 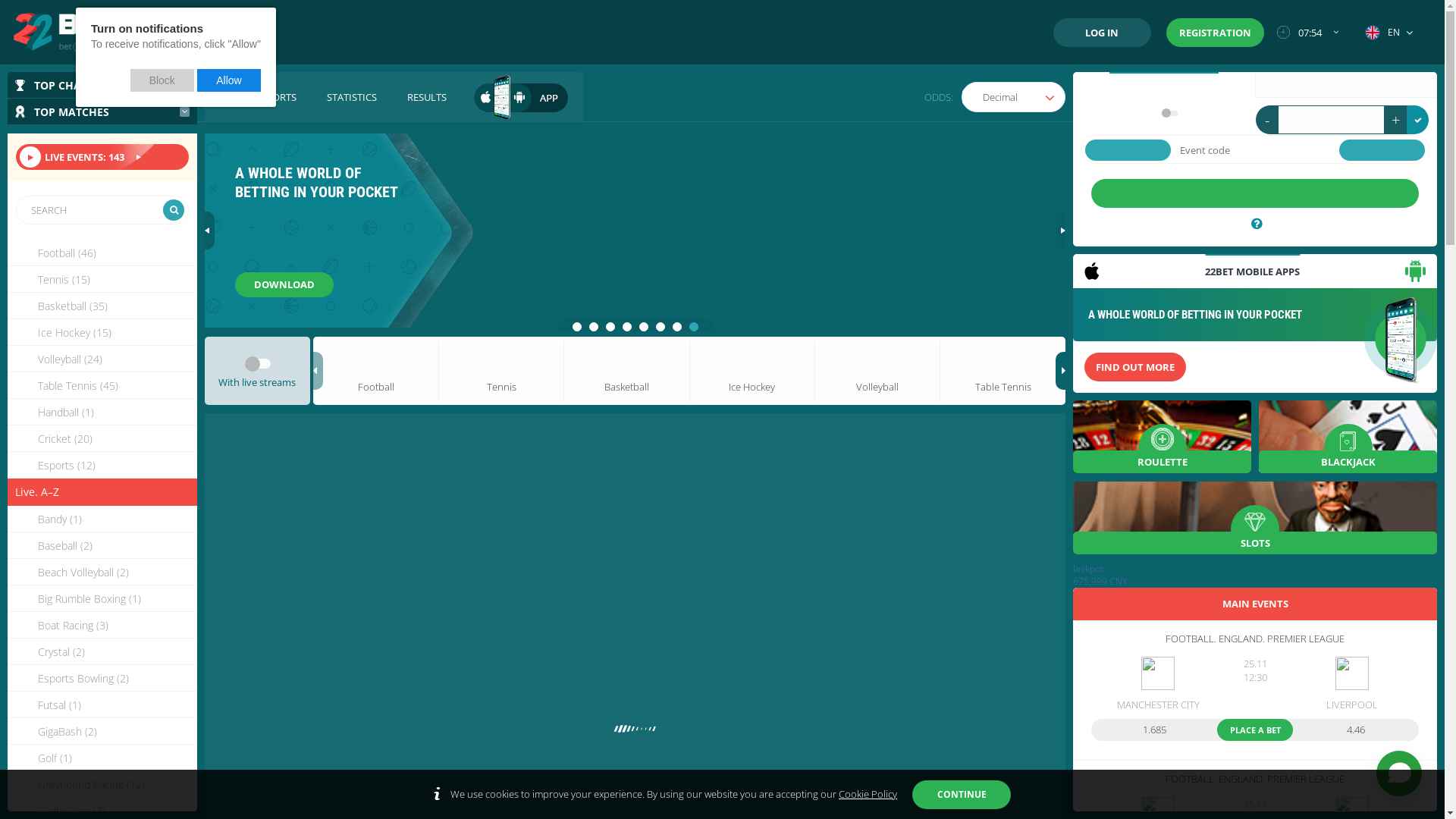 What do you see at coordinates (101, 464) in the screenshot?
I see `'Esports` at bounding box center [101, 464].